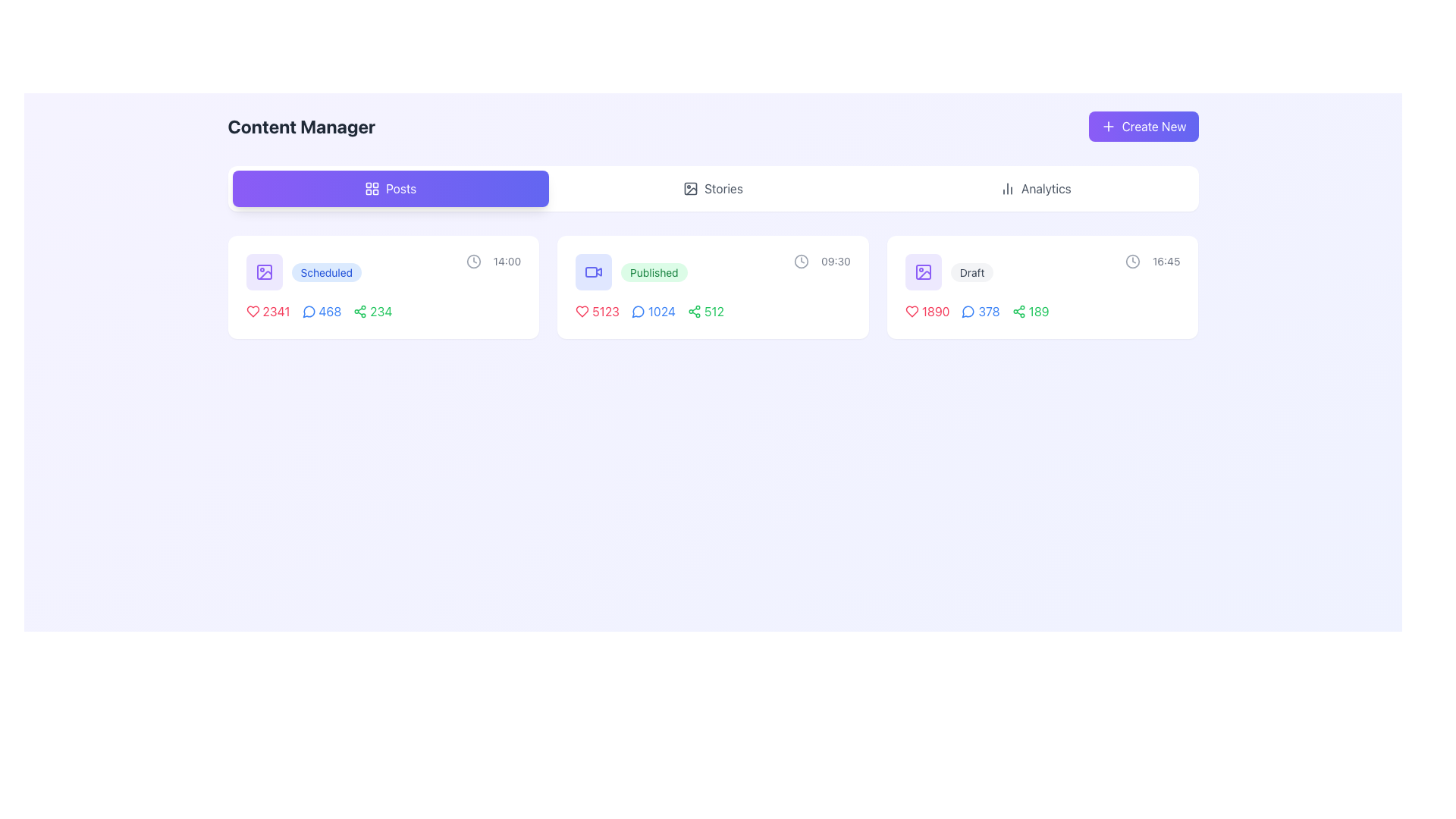 The image size is (1456, 819). What do you see at coordinates (968, 311) in the screenshot?
I see `the speech bubble icon in the comments section of the 'Draft' card located in the 'Posts' section, which is positioned next to the comment count '378'` at bounding box center [968, 311].